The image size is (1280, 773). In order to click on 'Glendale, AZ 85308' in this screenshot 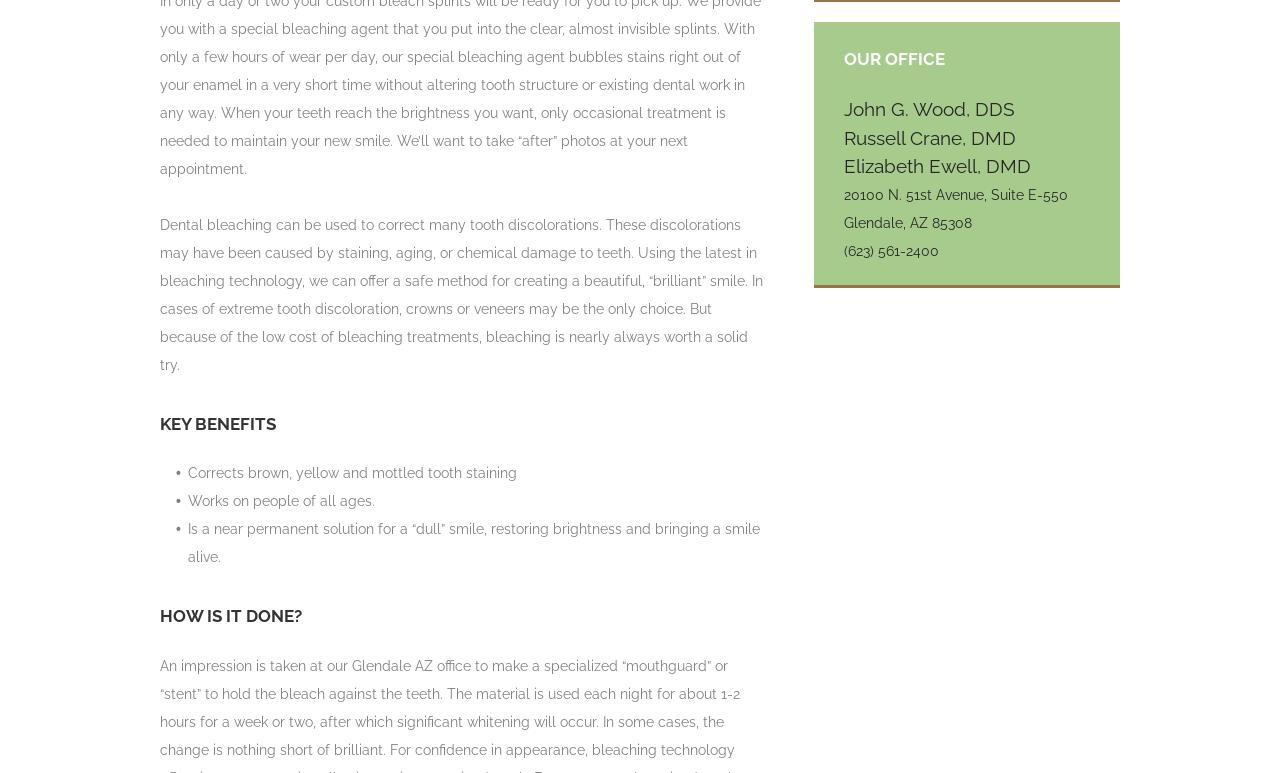, I will do `click(907, 222)`.